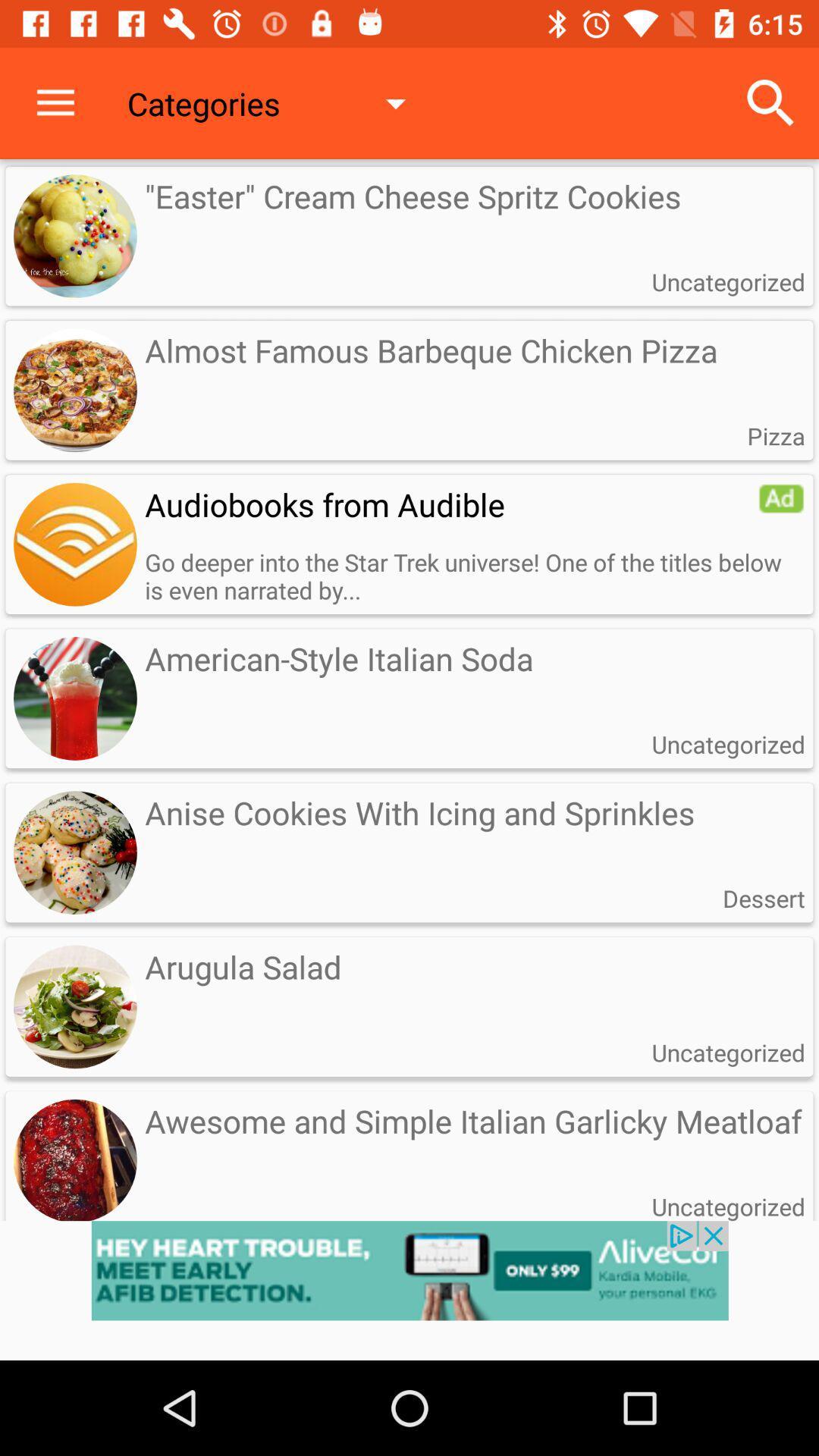 This screenshot has height=1456, width=819. What do you see at coordinates (781, 498) in the screenshot?
I see `advertisement option` at bounding box center [781, 498].